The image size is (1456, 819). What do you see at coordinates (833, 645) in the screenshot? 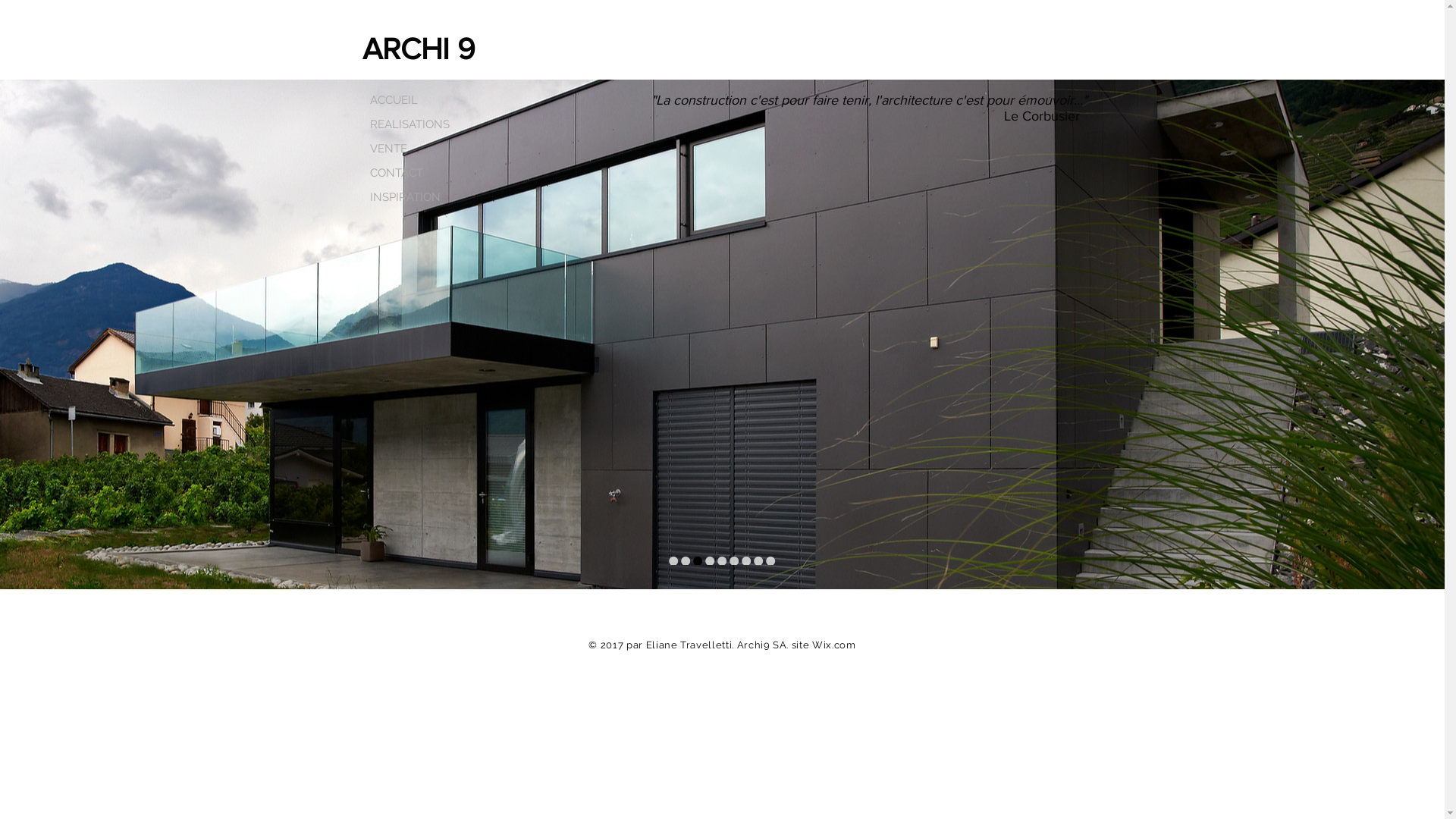
I see `'Wix.com'` at bounding box center [833, 645].